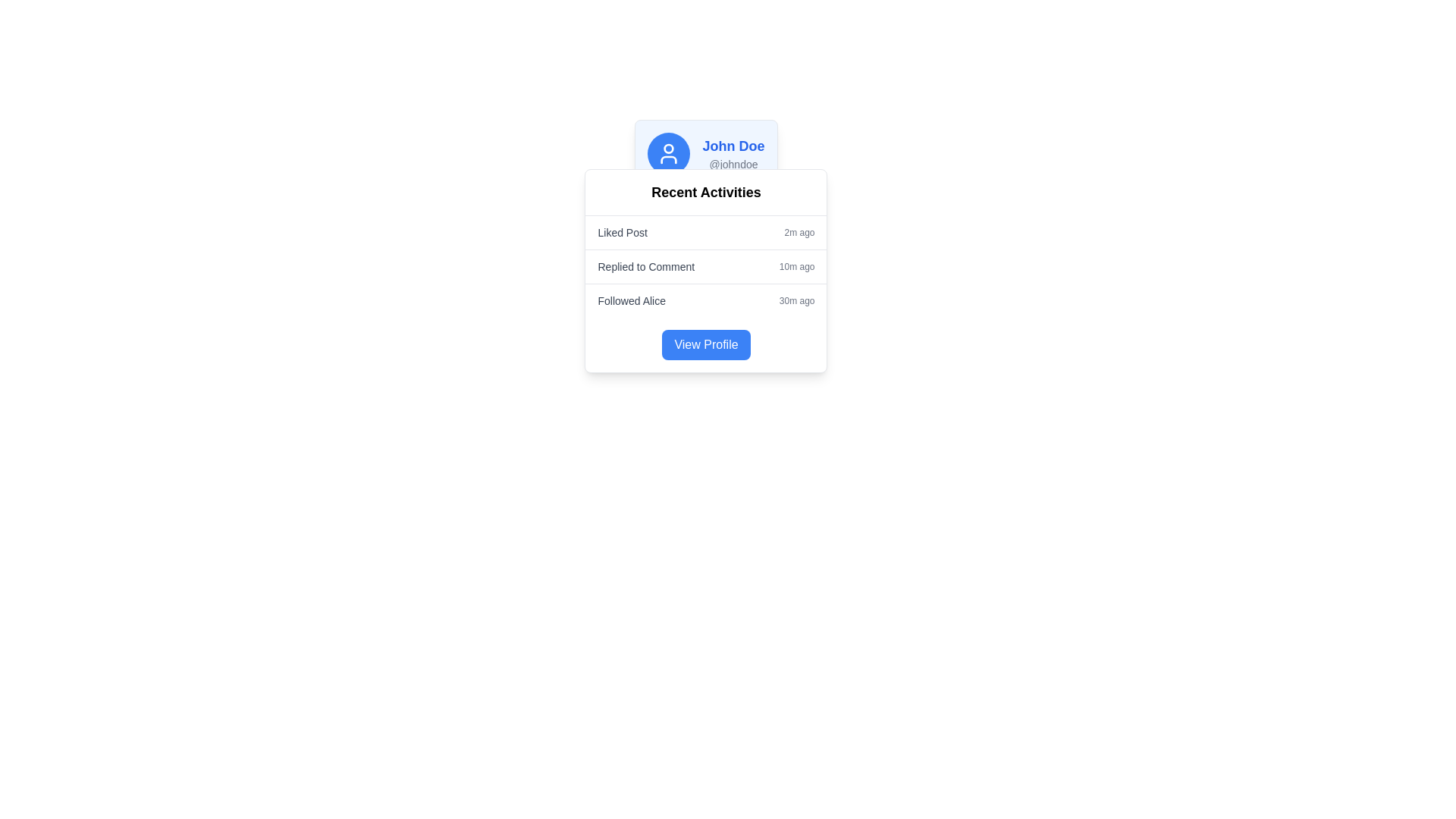  What do you see at coordinates (623, 233) in the screenshot?
I see `the 'Liked Post' label in the 'Recent Activities' section, which is styled in gray and positioned at the top entry of the list` at bounding box center [623, 233].